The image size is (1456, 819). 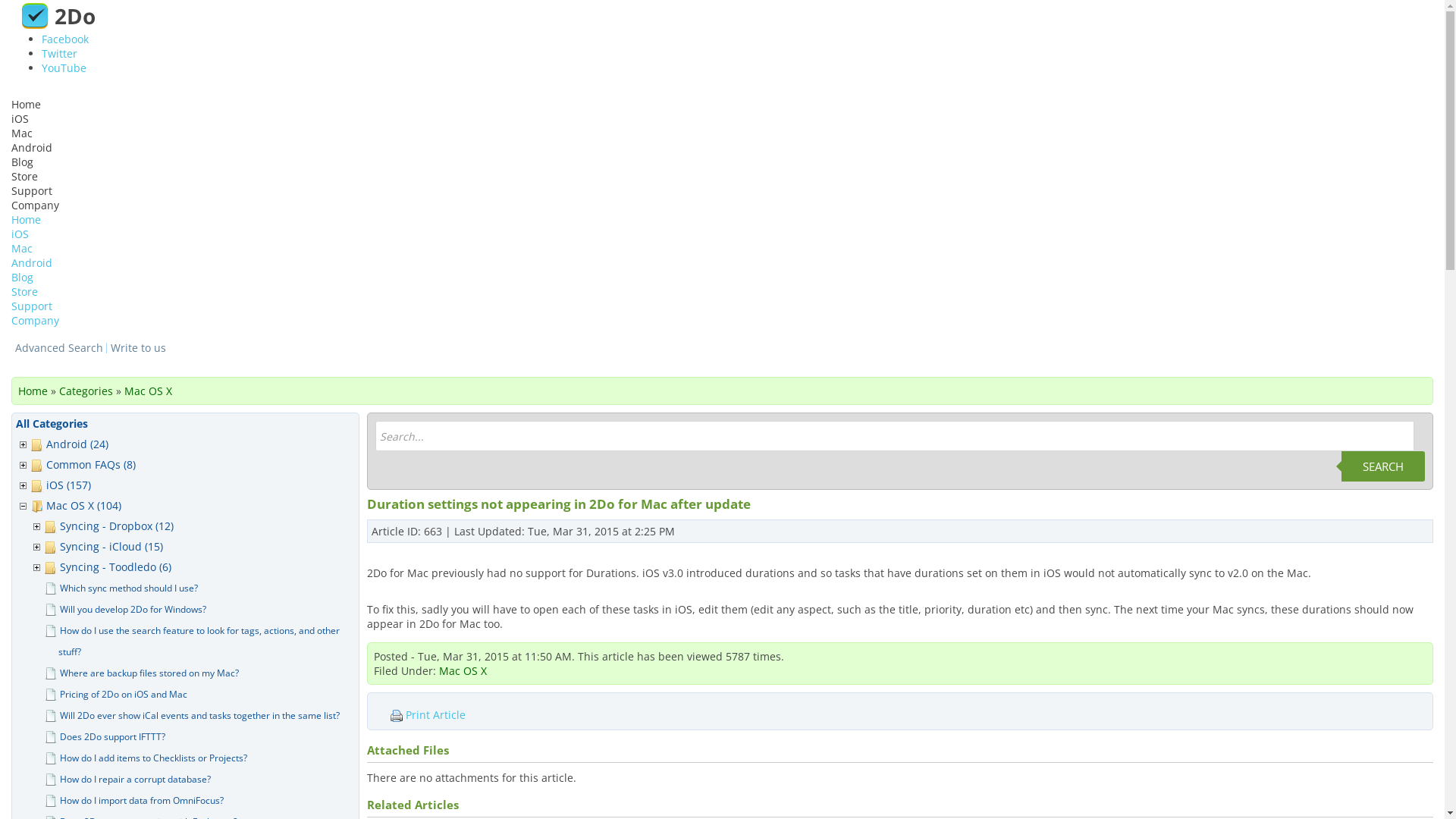 What do you see at coordinates (138, 779) in the screenshot?
I see `'How do I repair a corrupt database?'` at bounding box center [138, 779].